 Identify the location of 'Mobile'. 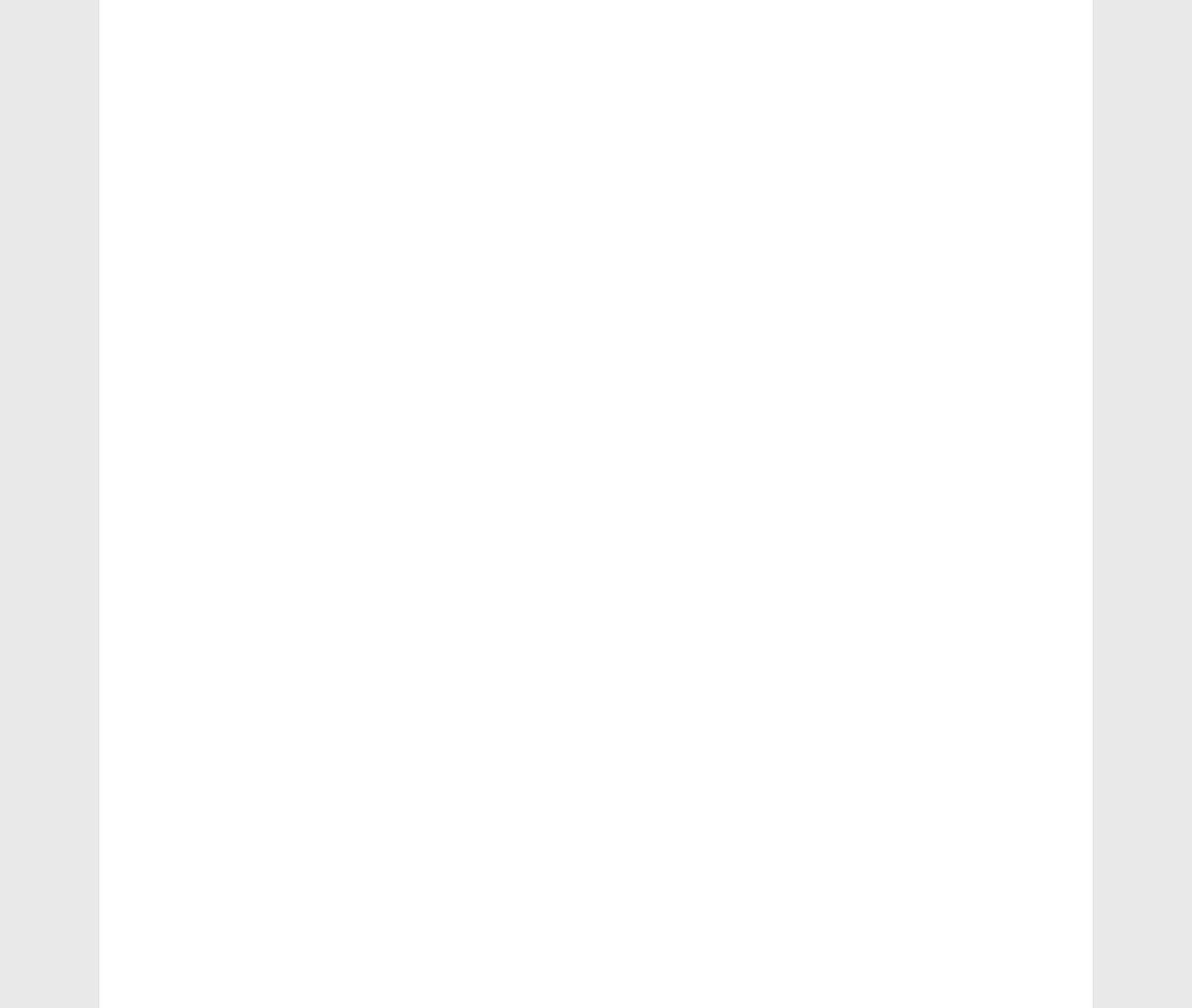
(157, 870).